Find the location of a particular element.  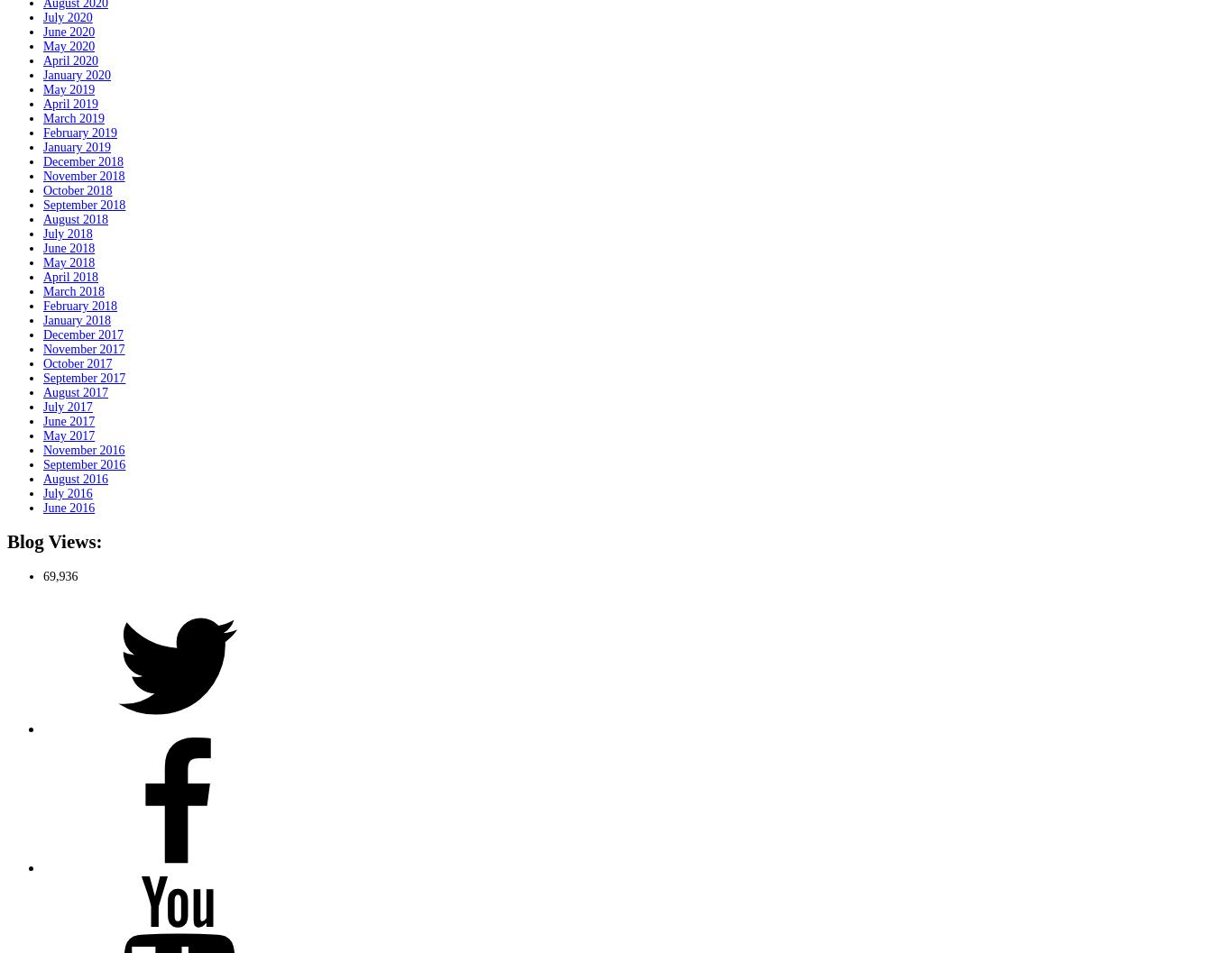

'July 2016' is located at coordinates (67, 491).